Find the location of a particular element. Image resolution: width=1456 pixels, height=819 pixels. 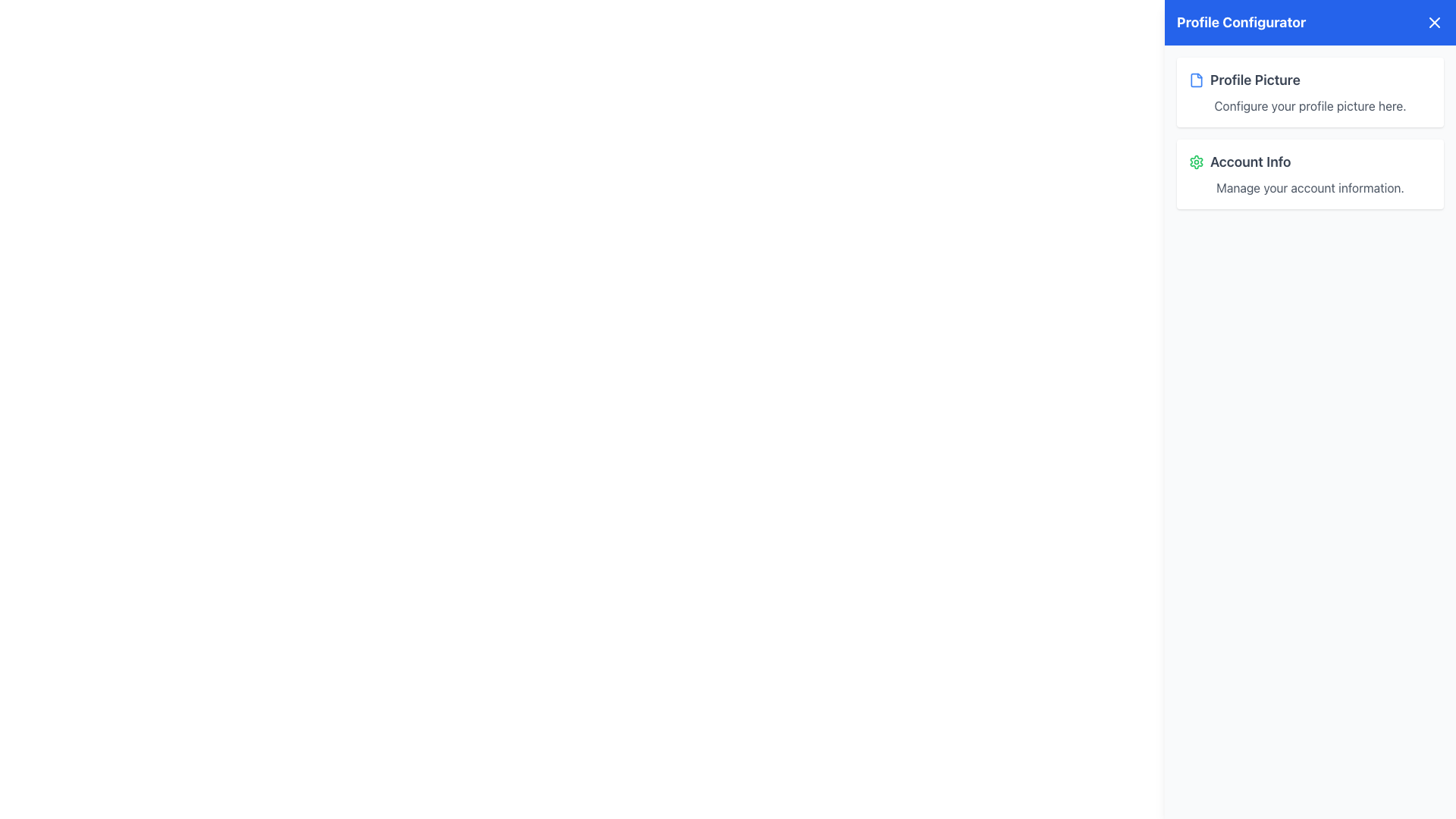

the small blue outlined icon resembling a file or document to enter the profile picture configuration section is located at coordinates (1196, 80).